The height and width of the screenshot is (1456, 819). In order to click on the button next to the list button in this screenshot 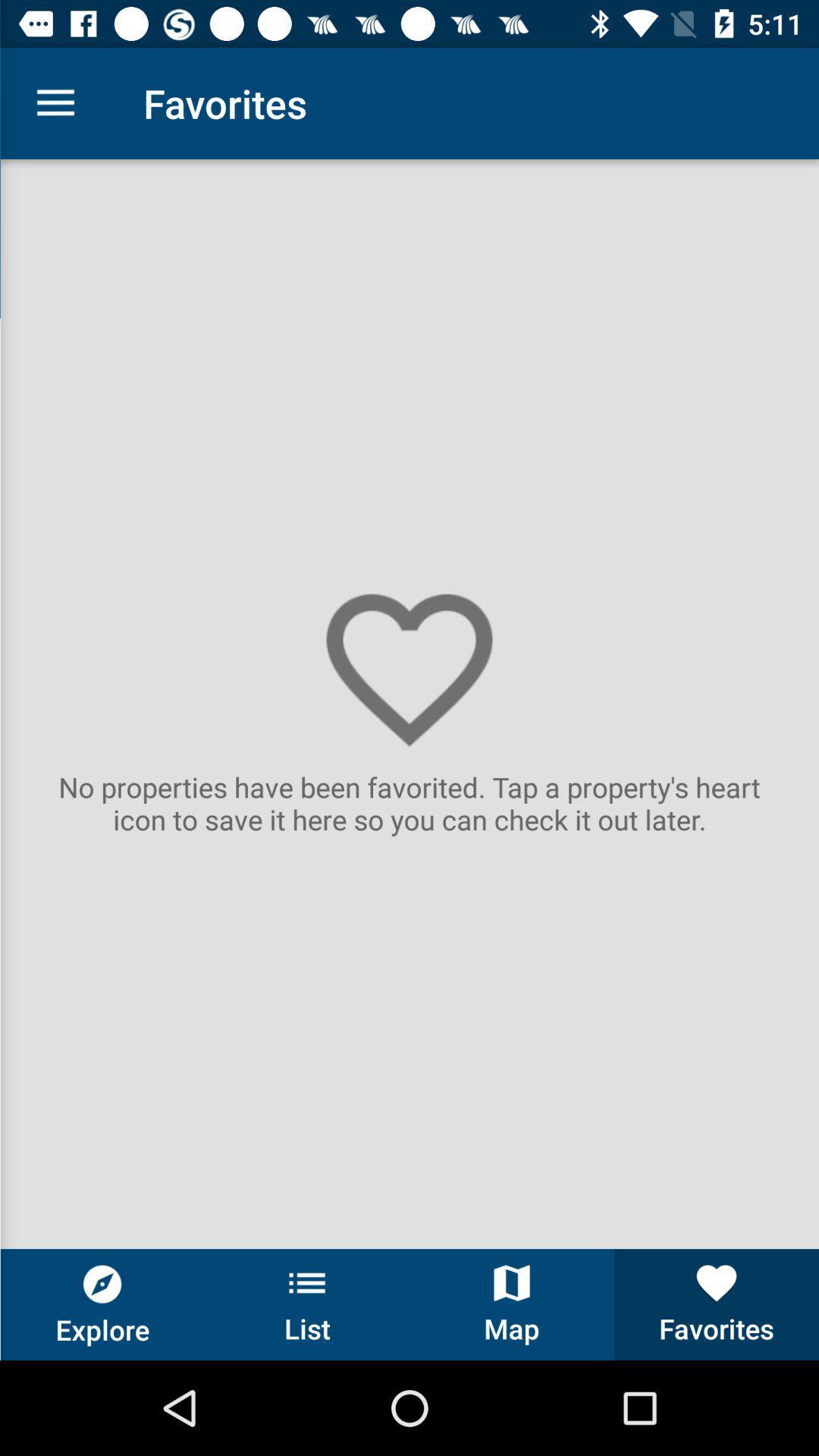, I will do `click(102, 1304)`.